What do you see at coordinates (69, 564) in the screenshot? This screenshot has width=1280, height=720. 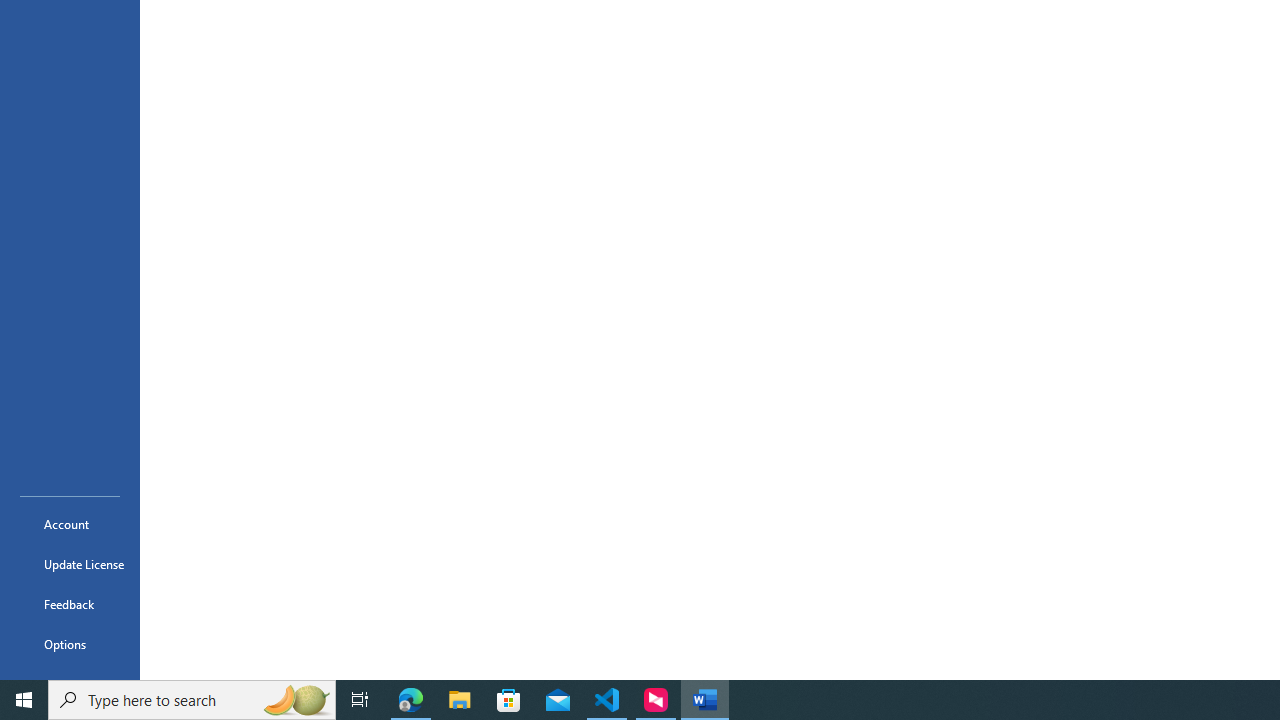 I see `'Update License'` at bounding box center [69, 564].